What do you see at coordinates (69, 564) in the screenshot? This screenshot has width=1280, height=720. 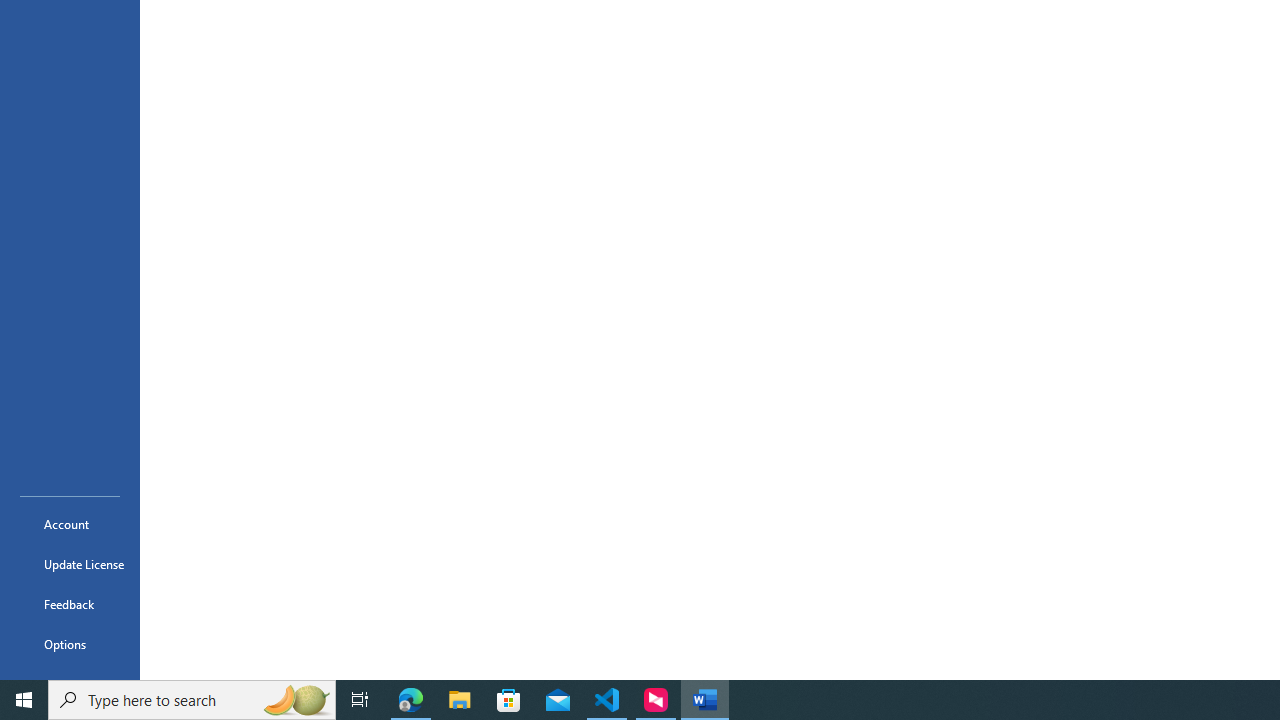 I see `'Update License'` at bounding box center [69, 564].